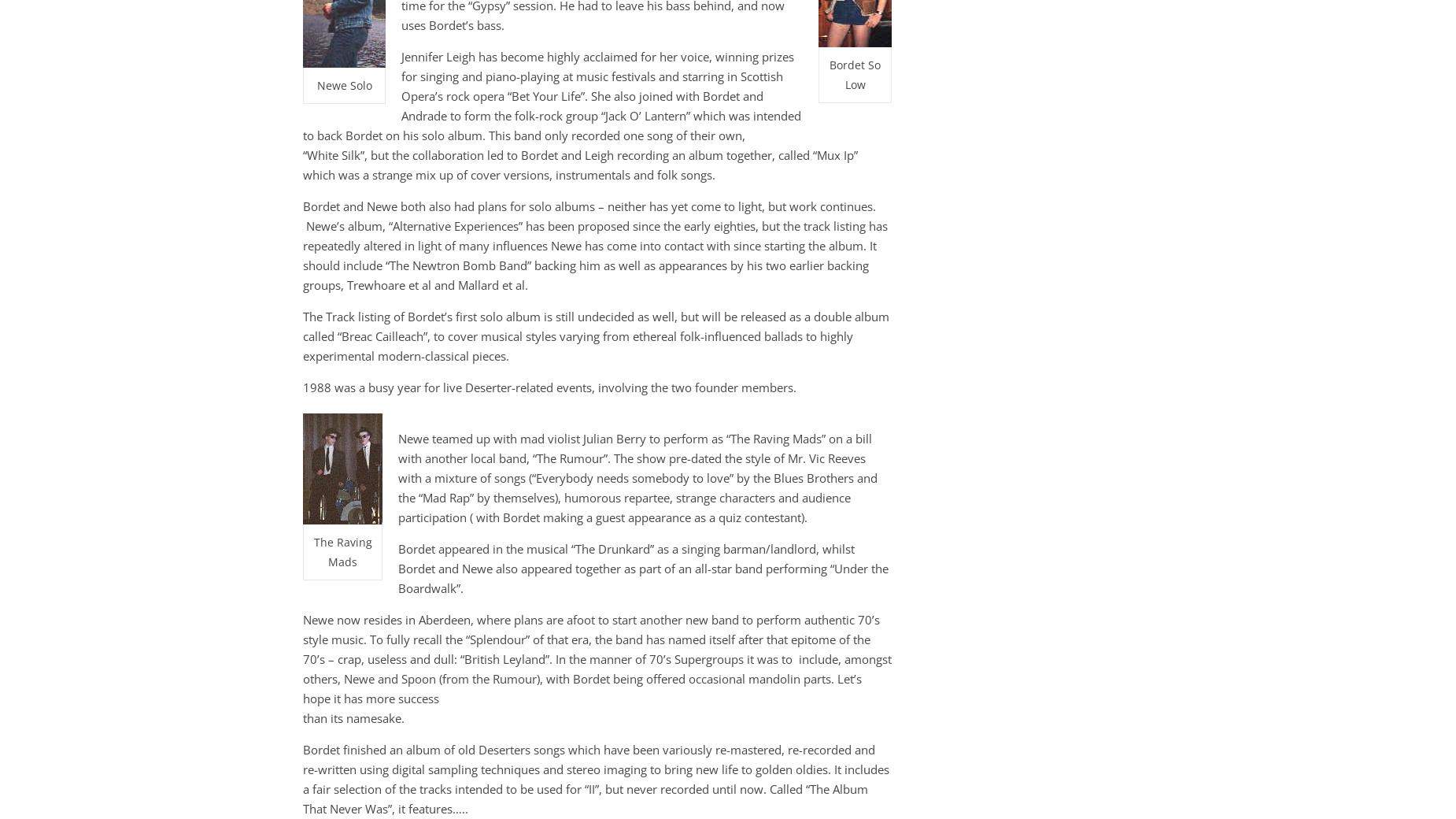 The width and height of the screenshot is (1456, 819). What do you see at coordinates (353, 717) in the screenshot?
I see `'than its namesake.'` at bounding box center [353, 717].